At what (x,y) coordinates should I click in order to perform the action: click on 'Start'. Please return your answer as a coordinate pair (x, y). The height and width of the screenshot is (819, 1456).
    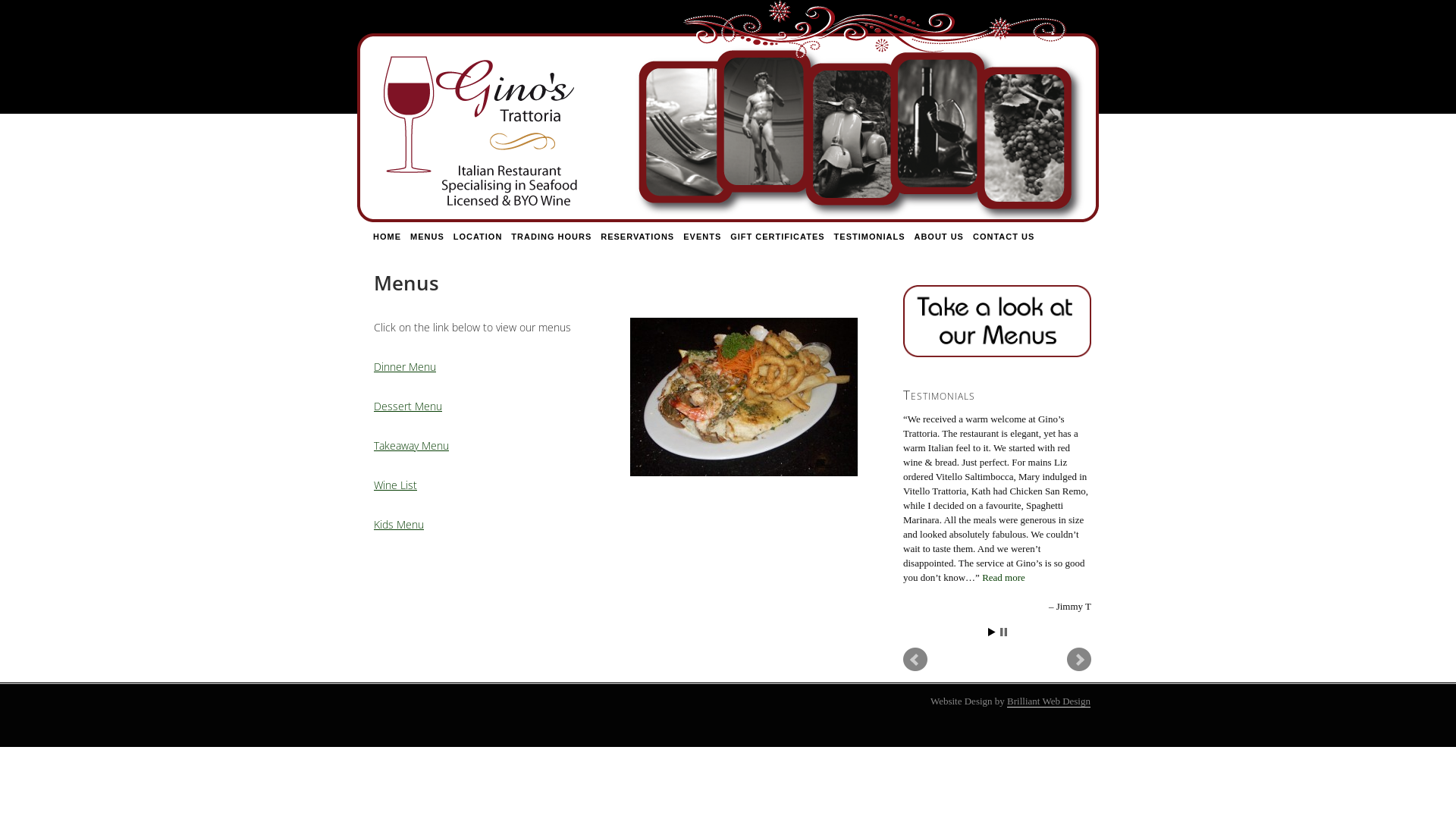
    Looking at the image, I should click on (990, 632).